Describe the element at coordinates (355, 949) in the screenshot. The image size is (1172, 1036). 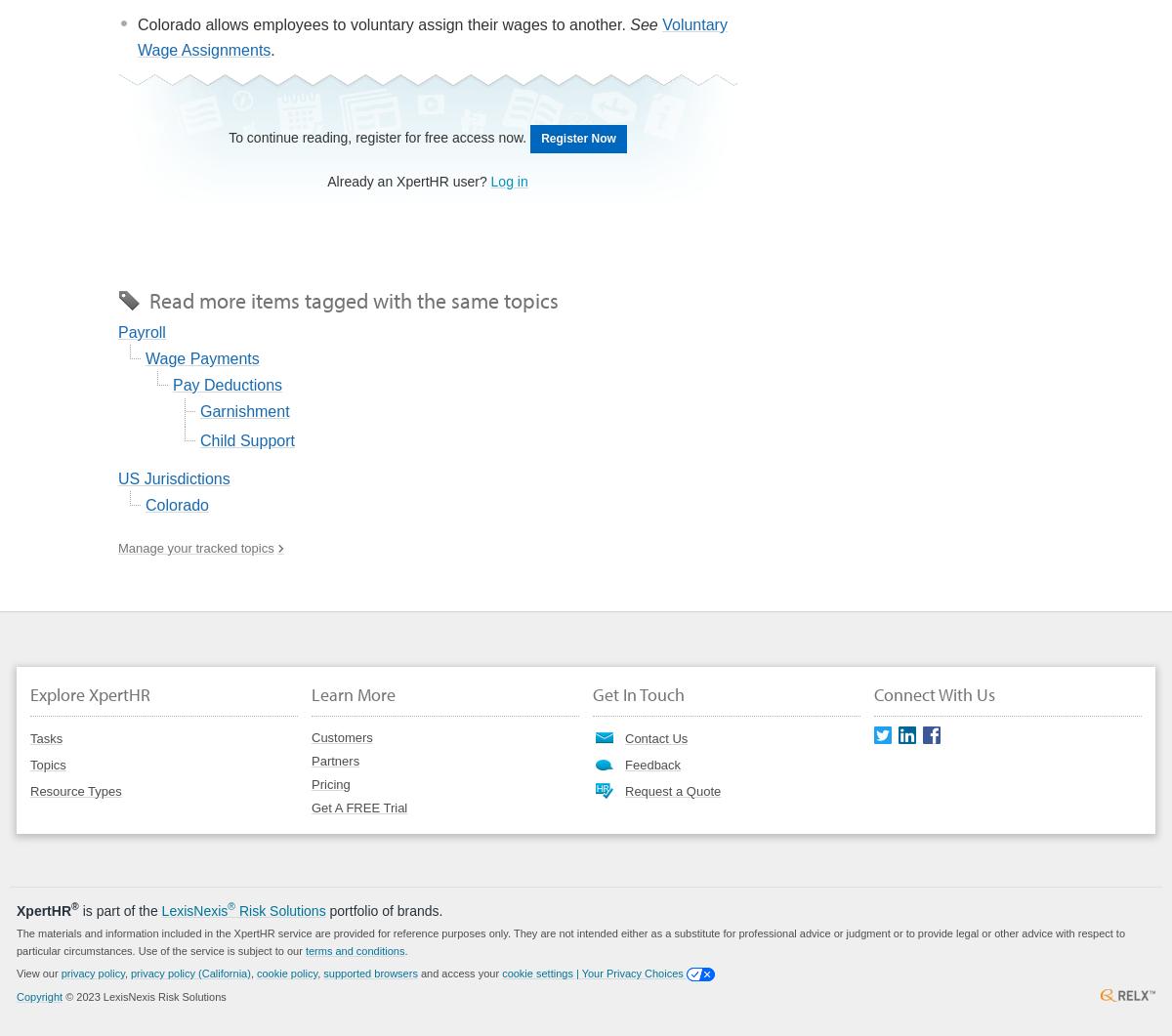
I see `'terms and conditions'` at that location.